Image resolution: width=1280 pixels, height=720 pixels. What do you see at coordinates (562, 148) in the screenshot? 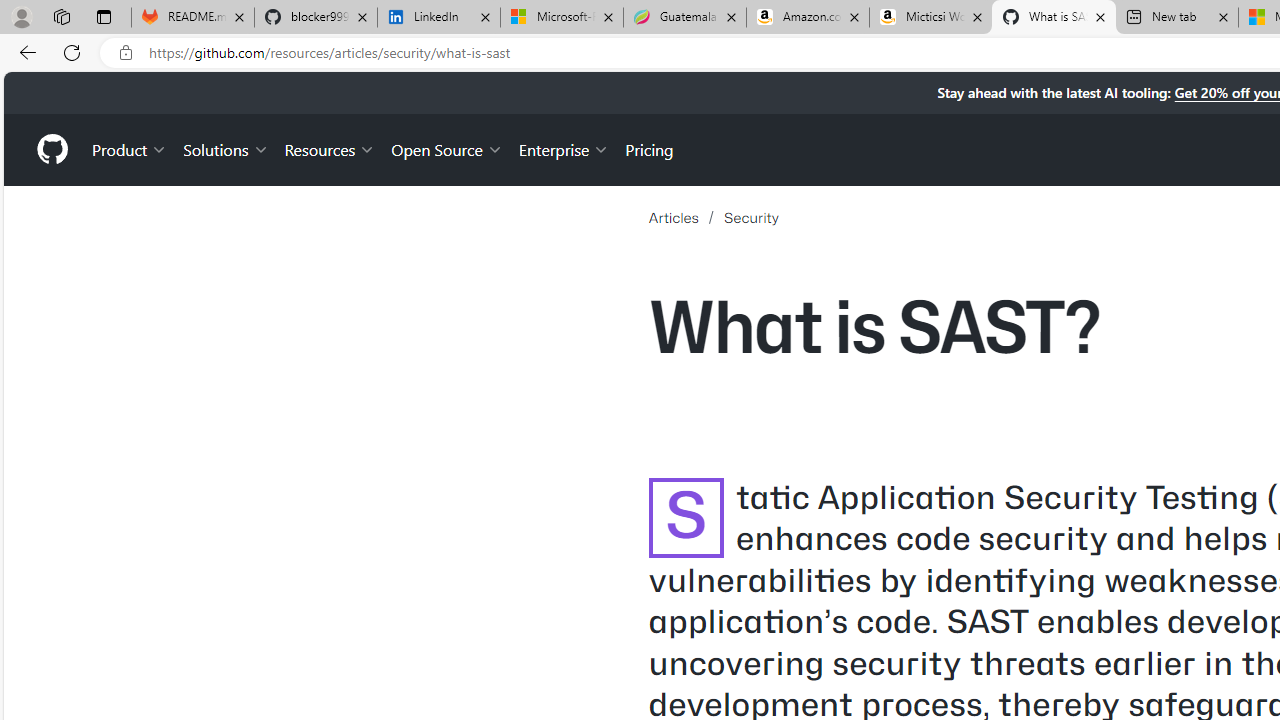
I see `'Enterprise'` at bounding box center [562, 148].